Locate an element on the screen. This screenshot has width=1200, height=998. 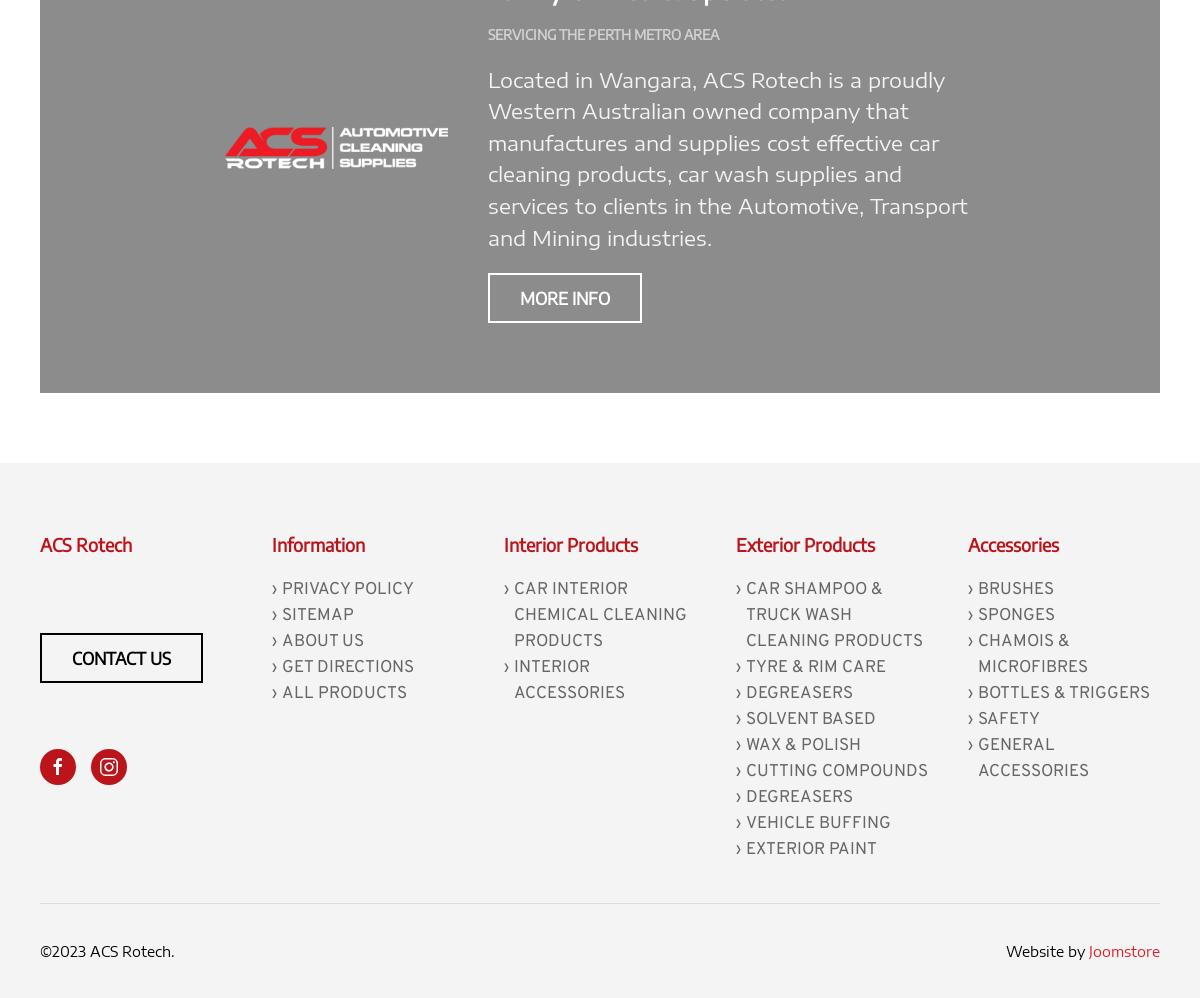
'Exterior Products' is located at coordinates (735, 544).